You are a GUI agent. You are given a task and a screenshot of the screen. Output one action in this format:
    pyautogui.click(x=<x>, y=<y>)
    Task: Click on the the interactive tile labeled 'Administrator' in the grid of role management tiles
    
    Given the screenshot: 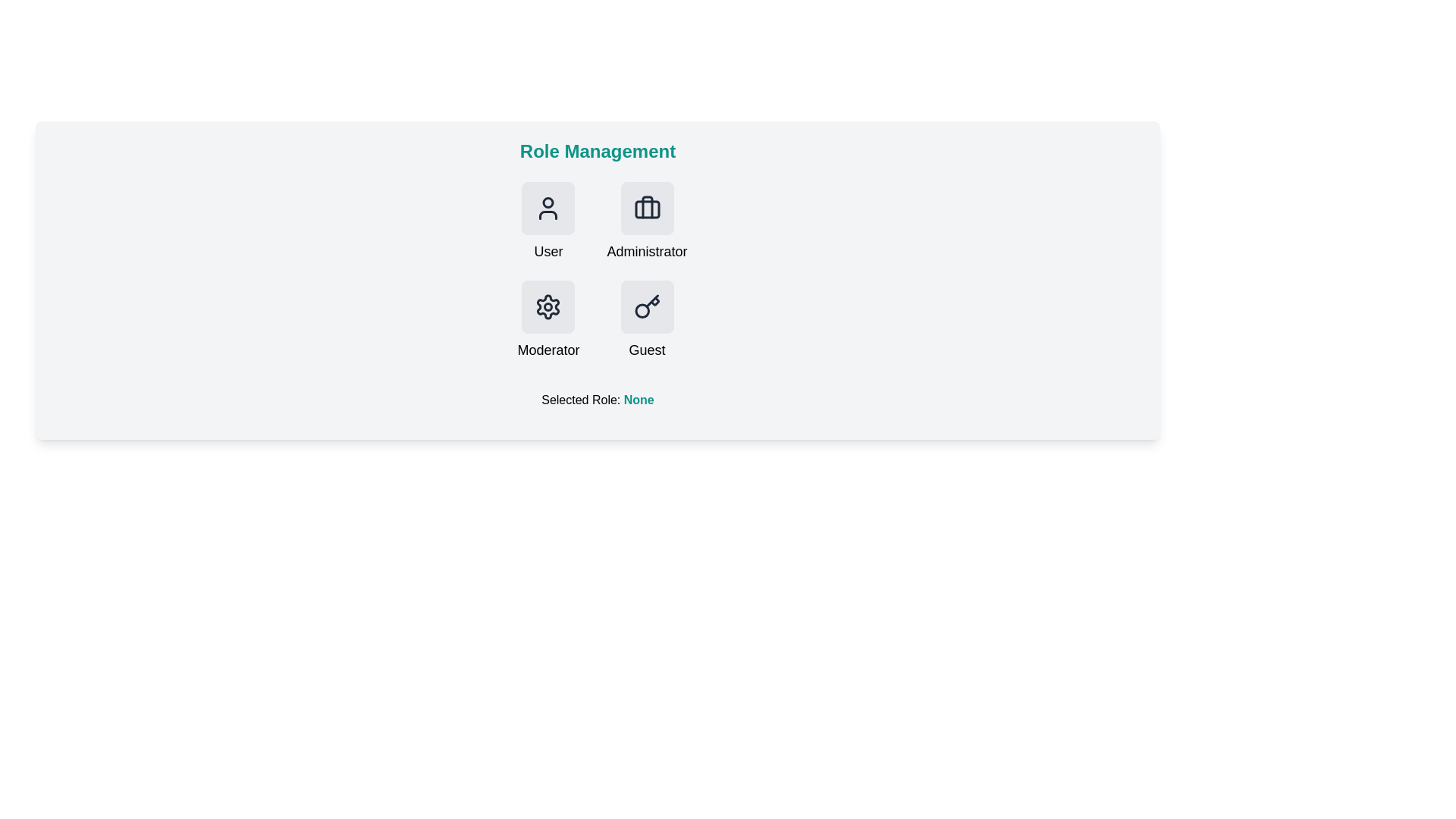 What is the action you would take?
    pyautogui.click(x=597, y=271)
    